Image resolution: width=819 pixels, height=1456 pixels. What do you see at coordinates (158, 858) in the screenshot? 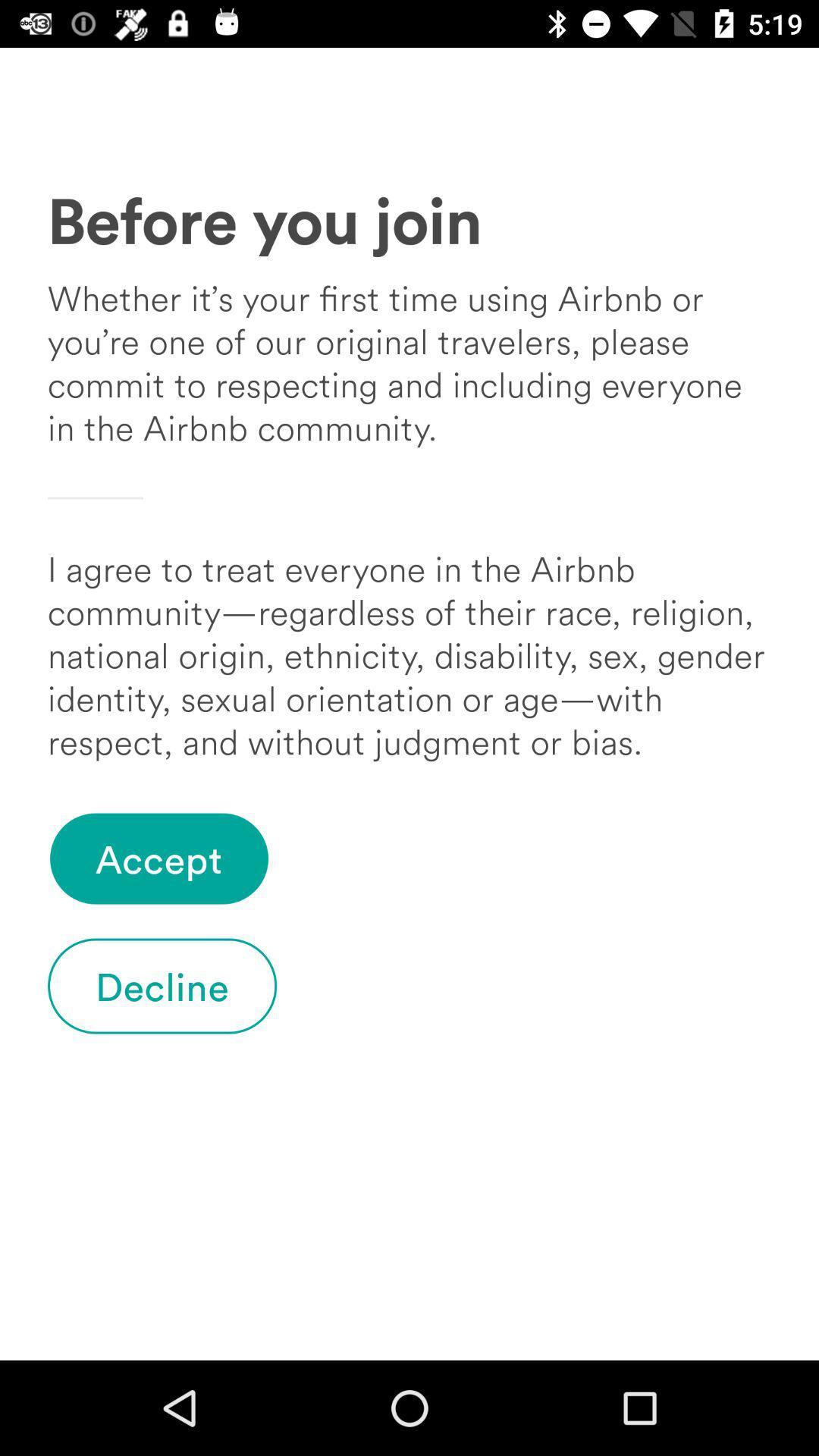
I see `accept item` at bounding box center [158, 858].